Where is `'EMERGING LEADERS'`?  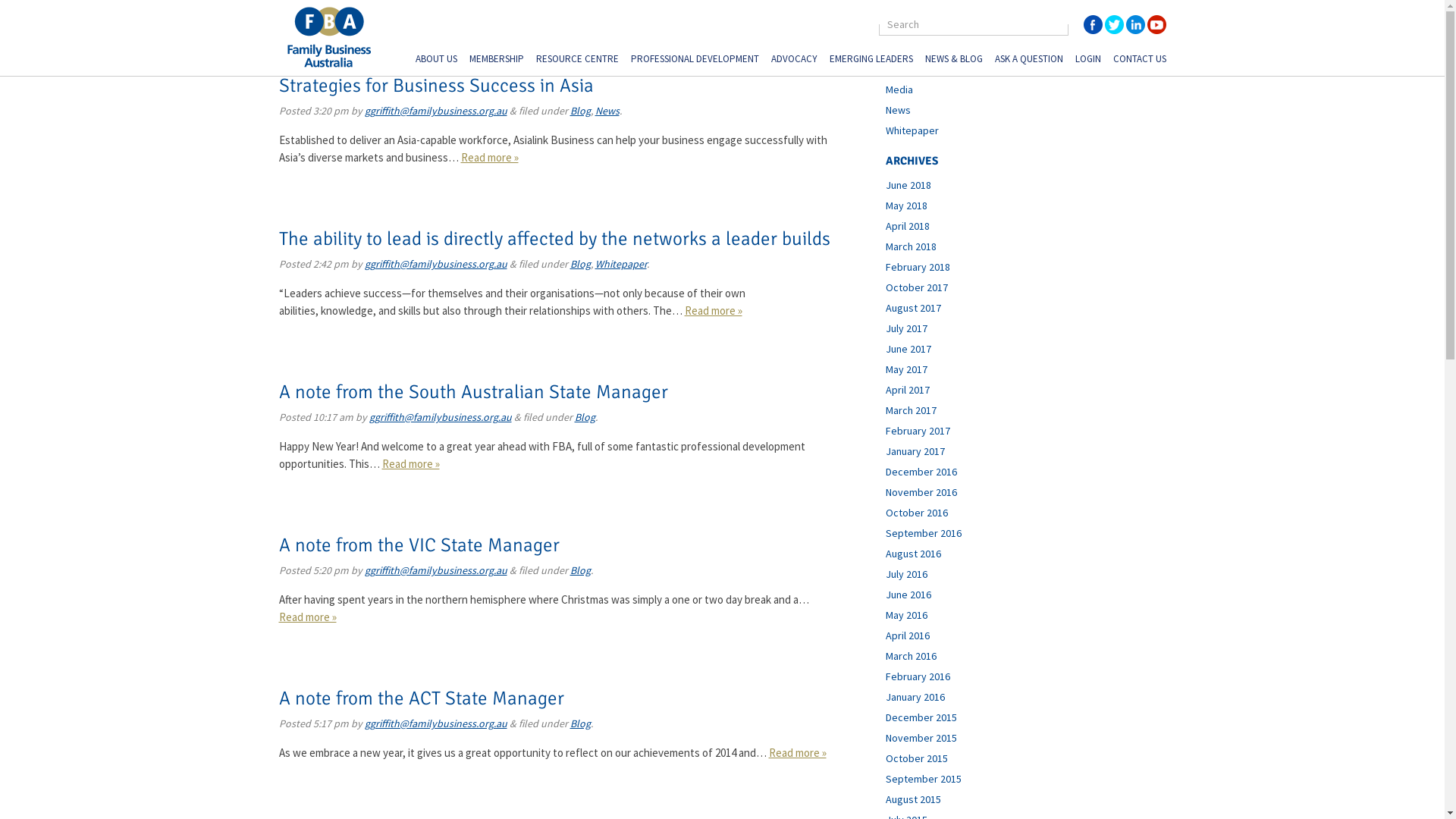
'EMERGING LEADERS' is located at coordinates (829, 60).